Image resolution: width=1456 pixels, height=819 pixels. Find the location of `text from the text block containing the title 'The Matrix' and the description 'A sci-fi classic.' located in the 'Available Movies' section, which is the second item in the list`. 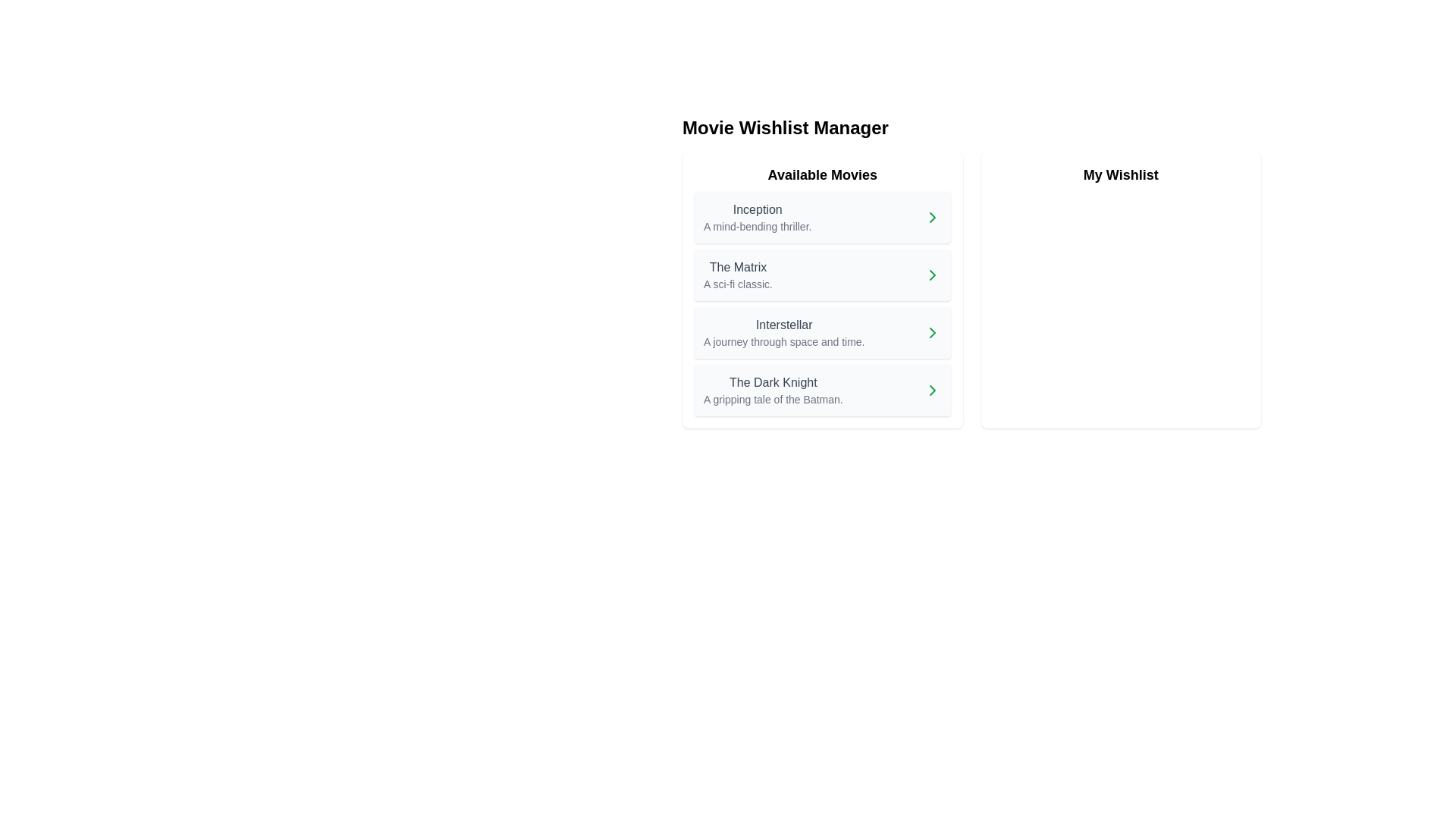

text from the text block containing the title 'The Matrix' and the description 'A sci-fi classic.' located in the 'Available Movies' section, which is the second item in the list is located at coordinates (738, 275).